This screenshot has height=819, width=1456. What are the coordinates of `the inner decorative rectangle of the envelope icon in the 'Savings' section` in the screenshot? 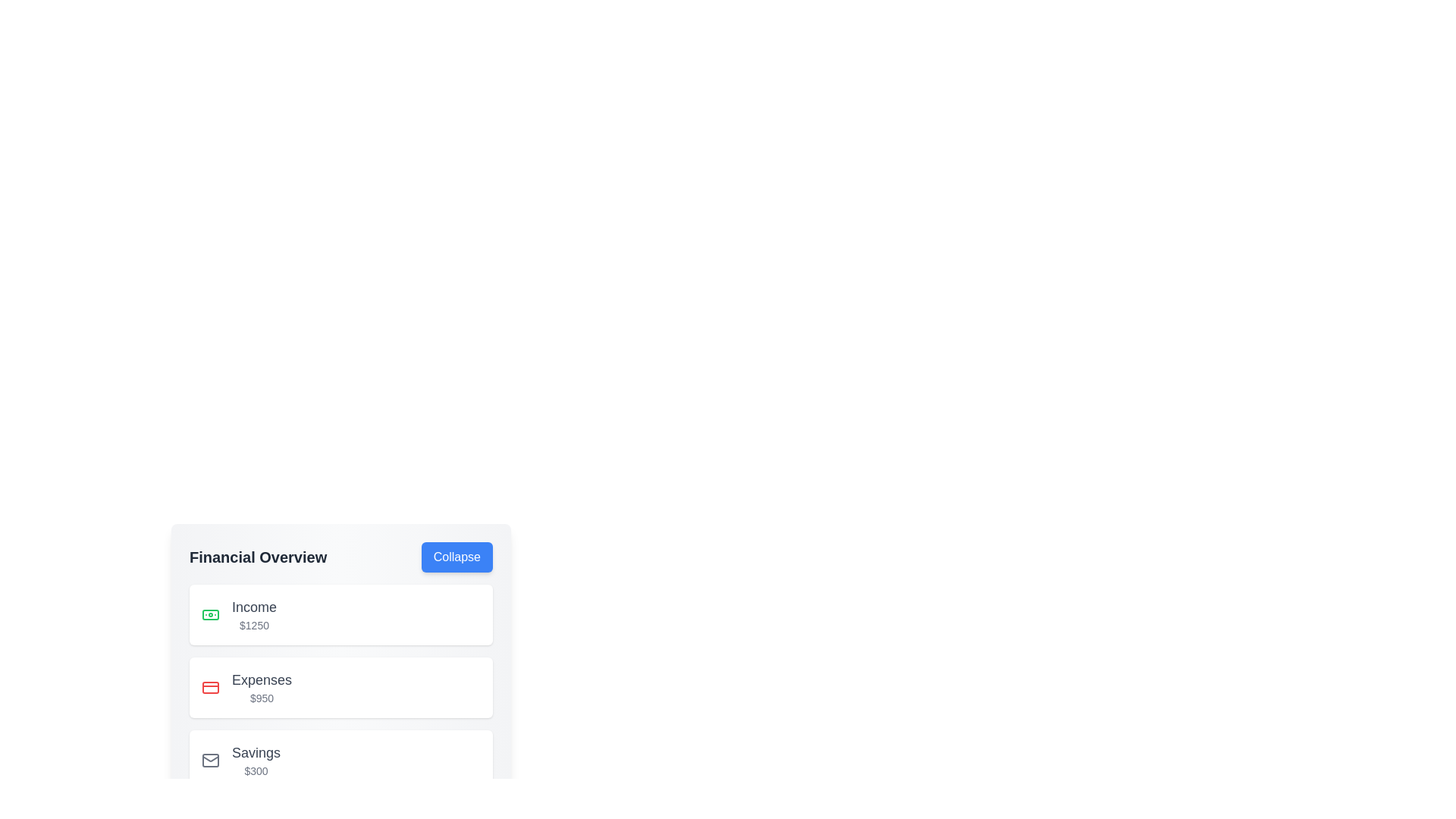 It's located at (210, 760).